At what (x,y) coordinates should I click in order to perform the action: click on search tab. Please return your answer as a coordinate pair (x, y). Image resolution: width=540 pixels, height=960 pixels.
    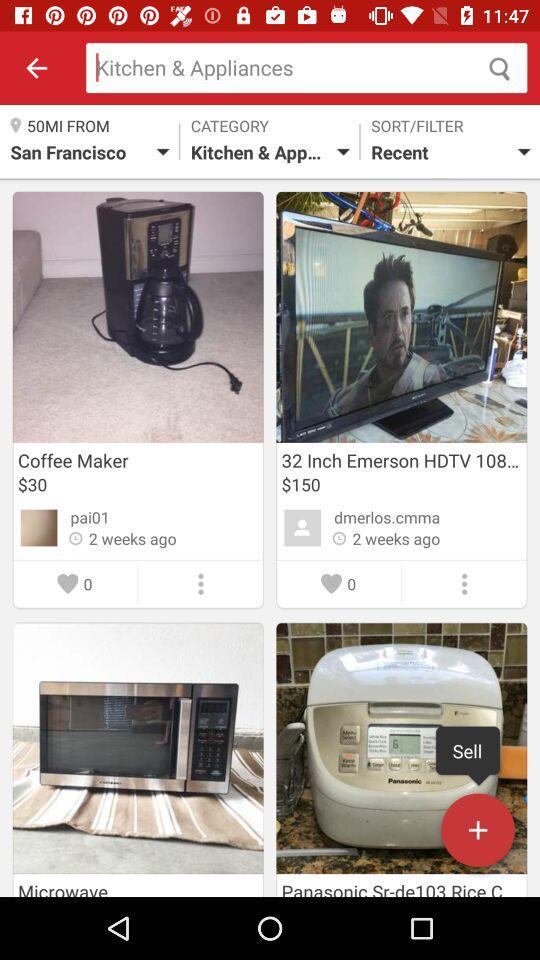
    Looking at the image, I should click on (306, 68).